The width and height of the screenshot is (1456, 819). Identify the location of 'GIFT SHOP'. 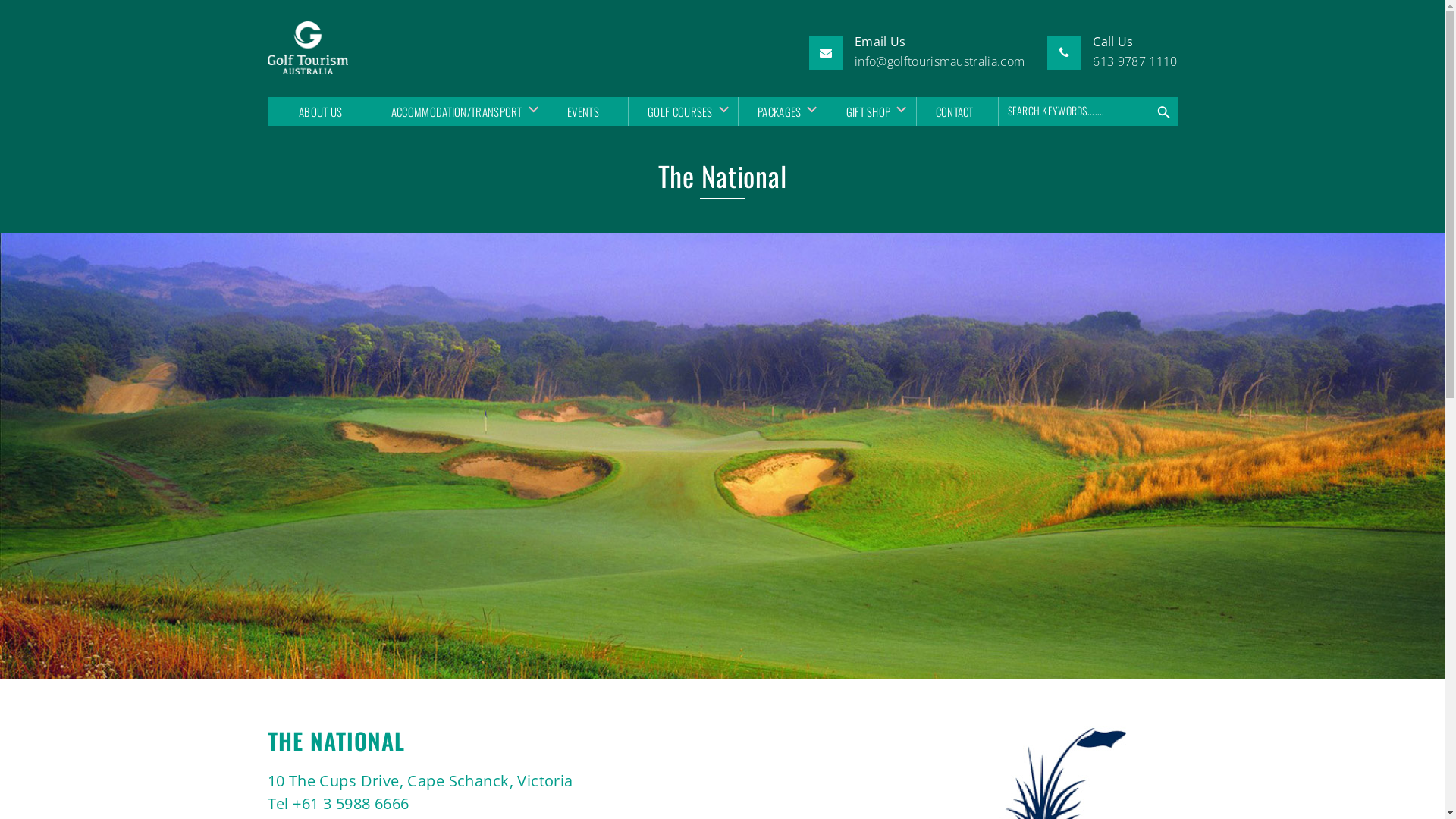
(866, 110).